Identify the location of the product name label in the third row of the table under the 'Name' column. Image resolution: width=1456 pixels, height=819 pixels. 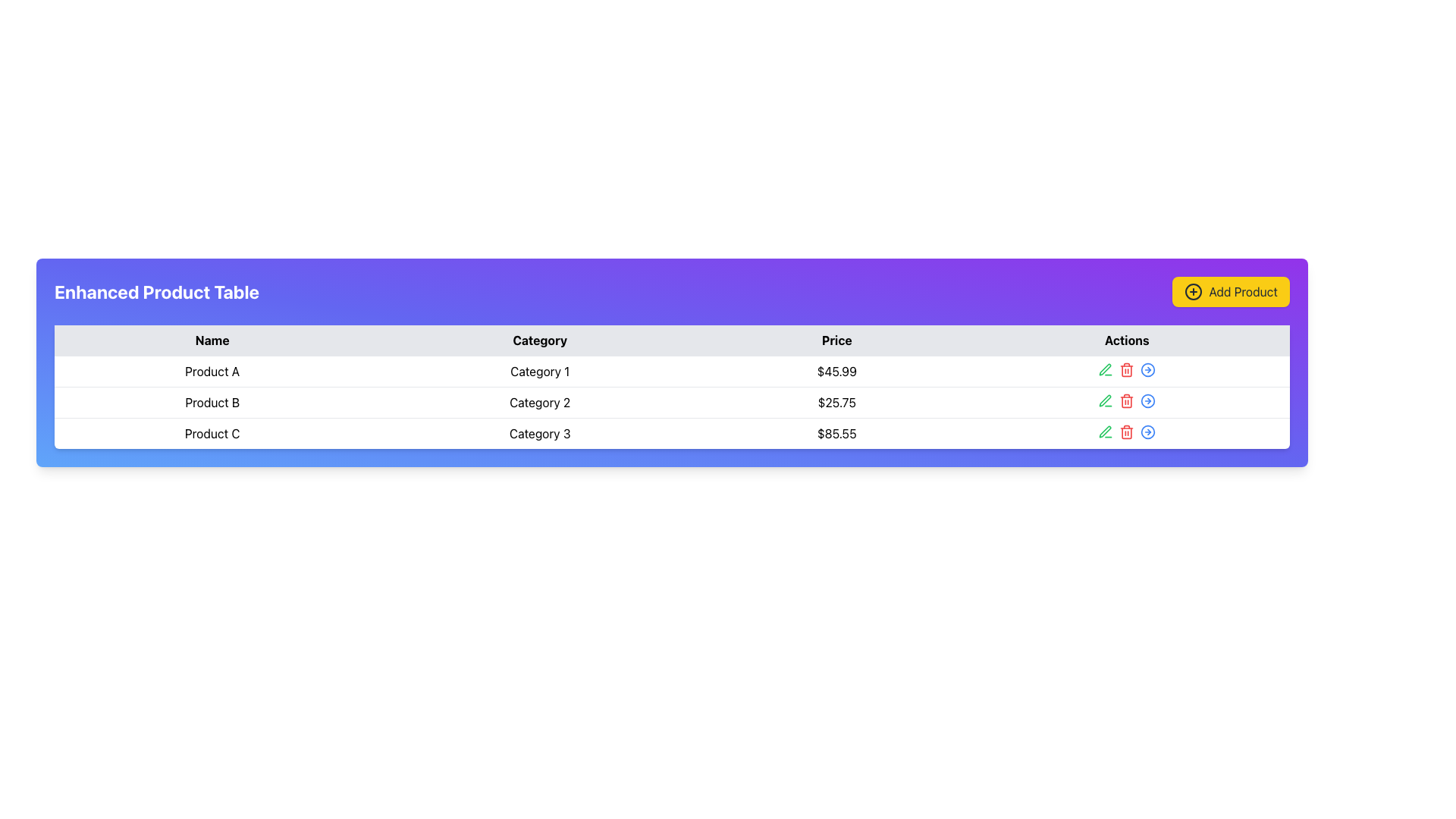
(212, 433).